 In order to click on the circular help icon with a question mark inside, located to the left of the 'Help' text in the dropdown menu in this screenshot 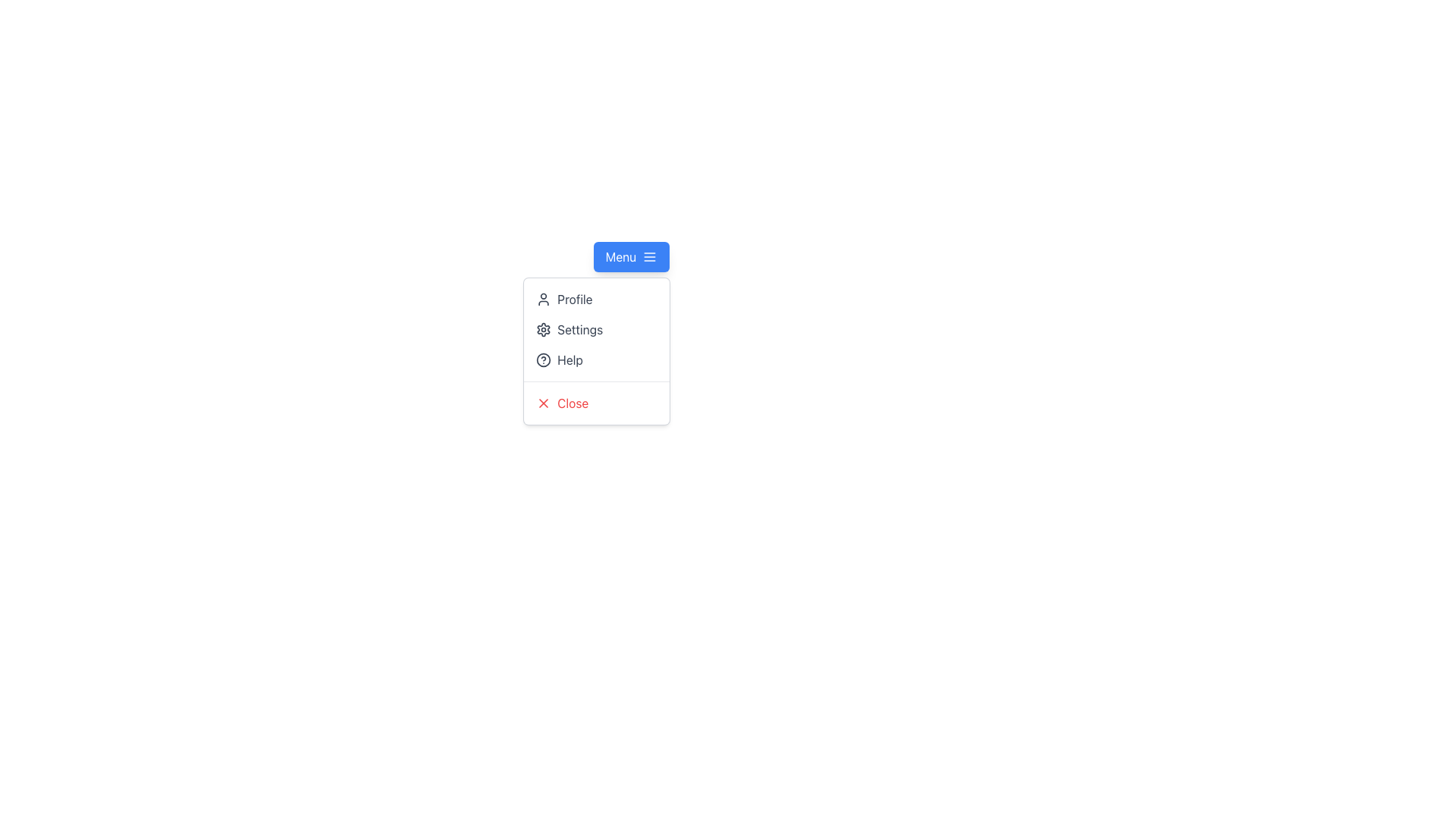, I will do `click(543, 359)`.